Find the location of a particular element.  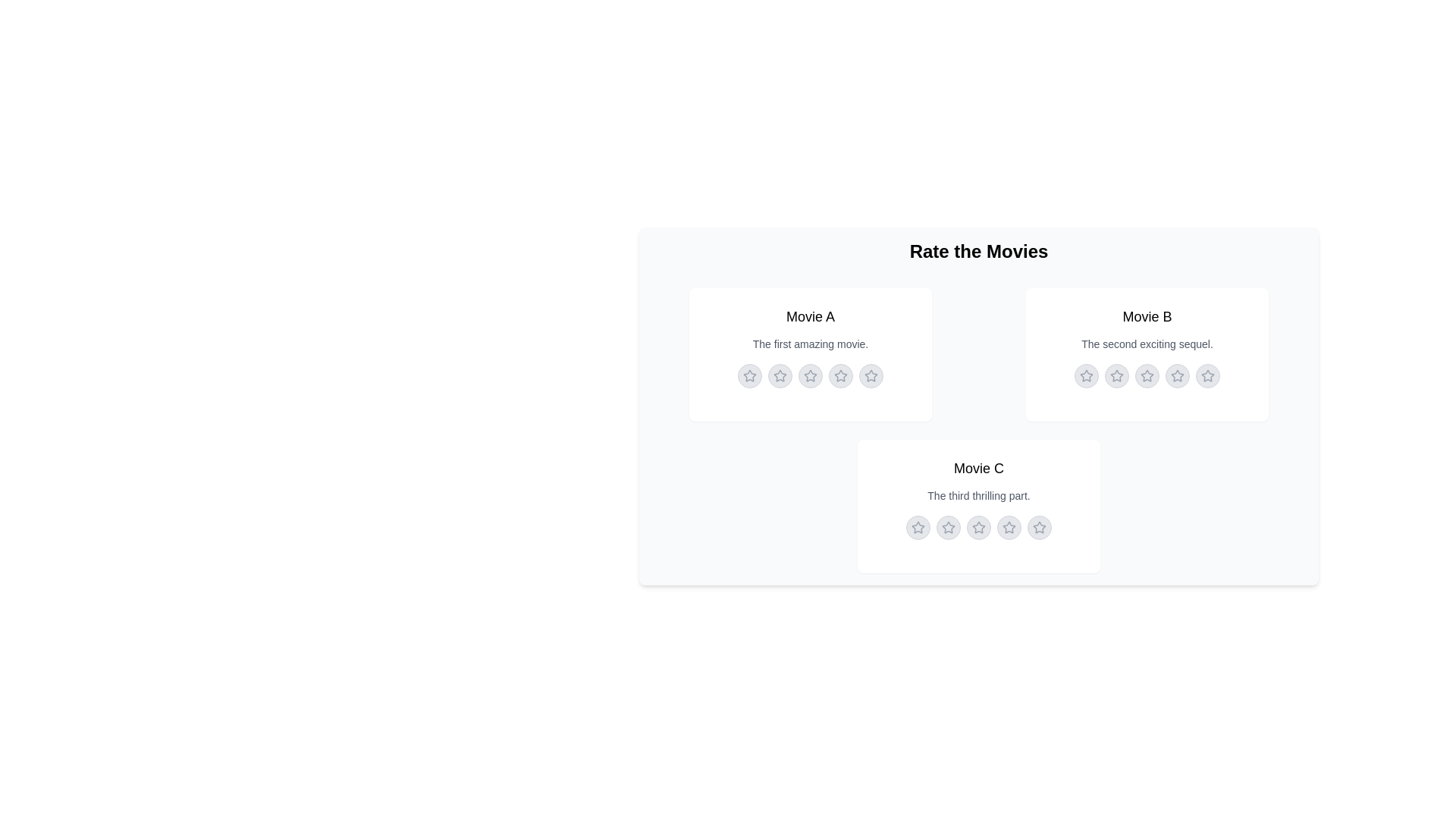

the text snippet displaying 'The first amazing movie.' which is positioned below the title 'Movie A' and above the rating component is located at coordinates (810, 344).